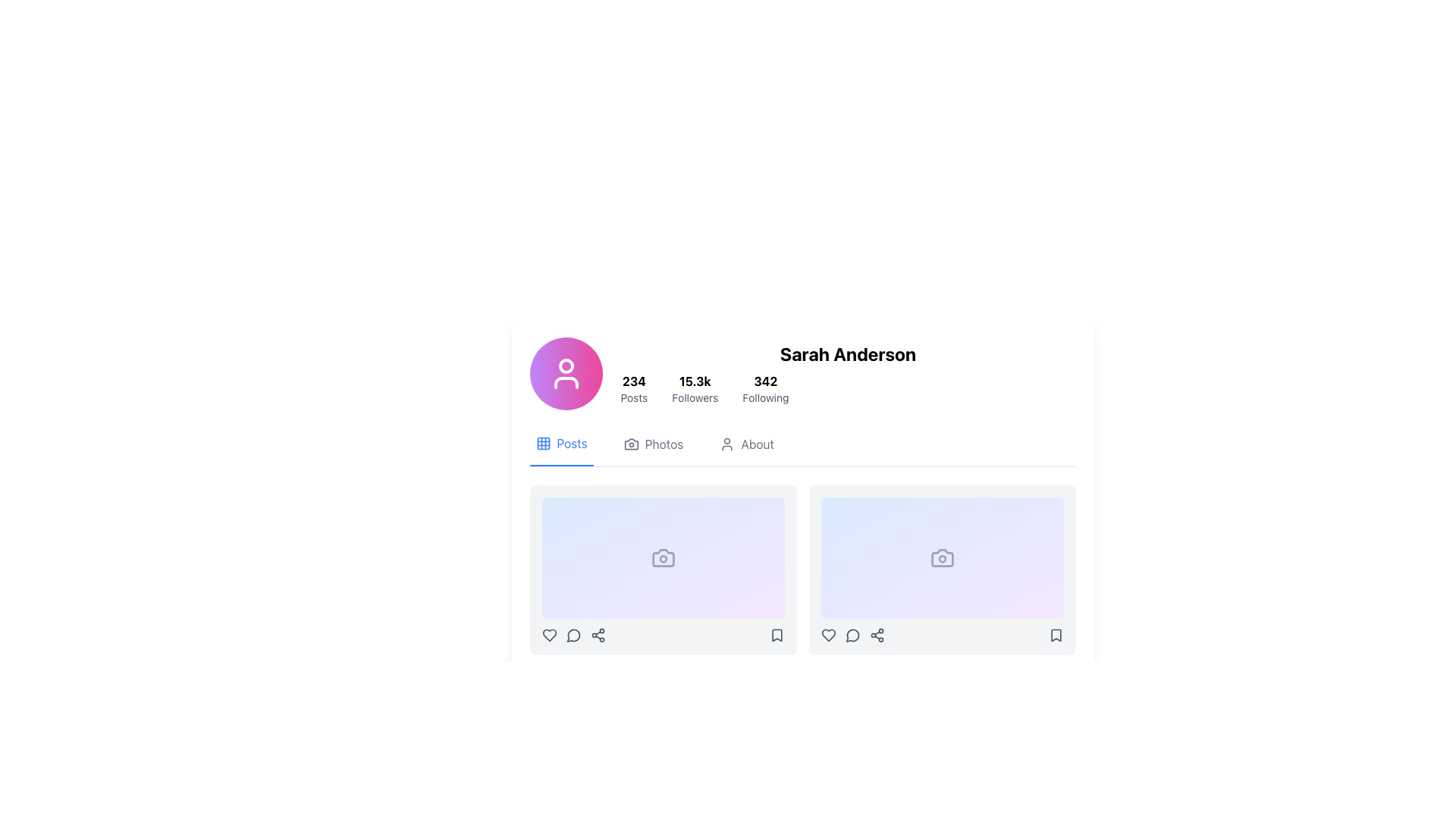  What do you see at coordinates (694, 397) in the screenshot?
I see `the 'Followers' text label displayed in small gray font, located beneath the bold number '15.3k' in the Followers section of the interface` at bounding box center [694, 397].